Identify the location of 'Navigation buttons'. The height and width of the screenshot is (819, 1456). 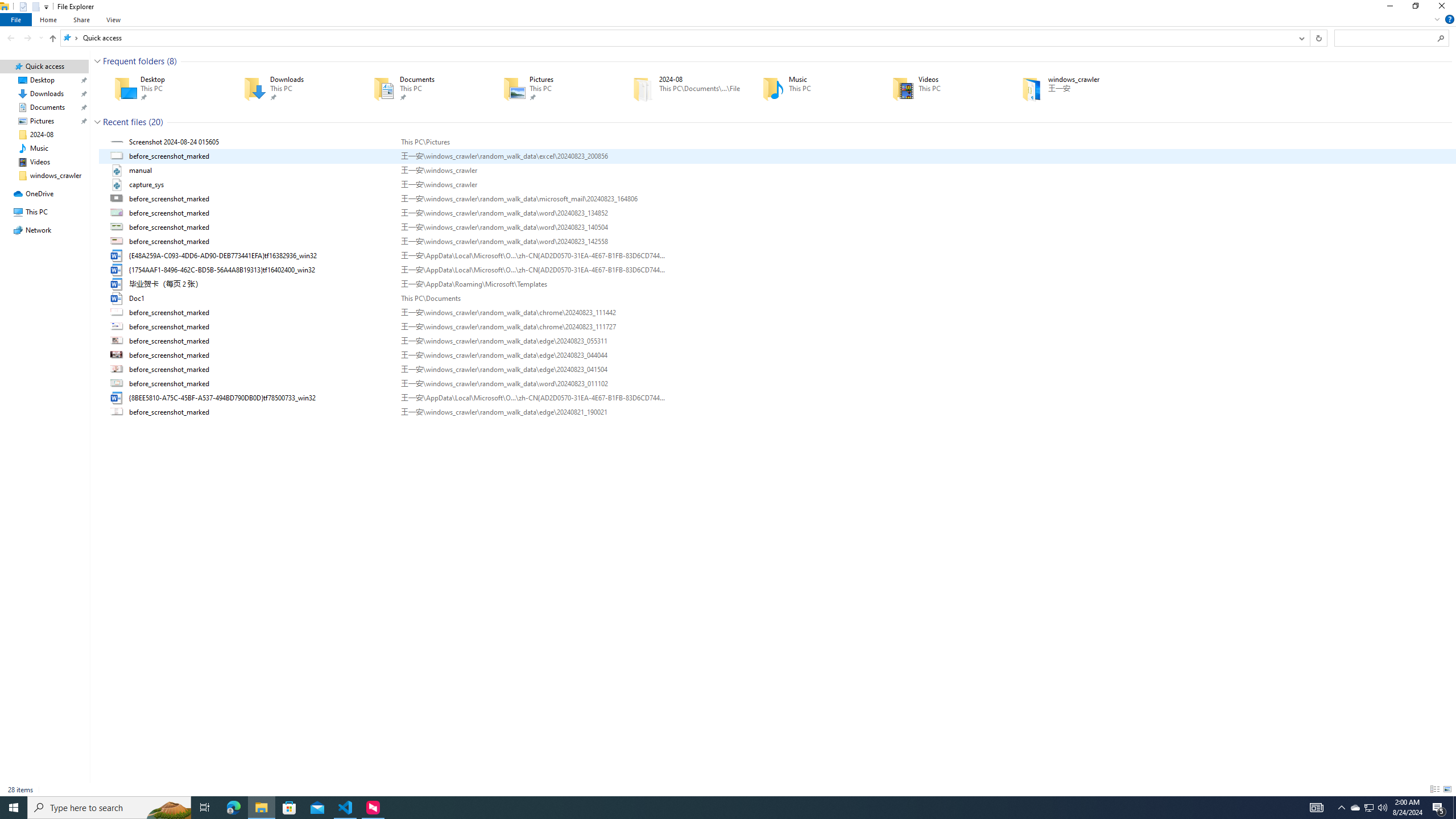
(24, 37).